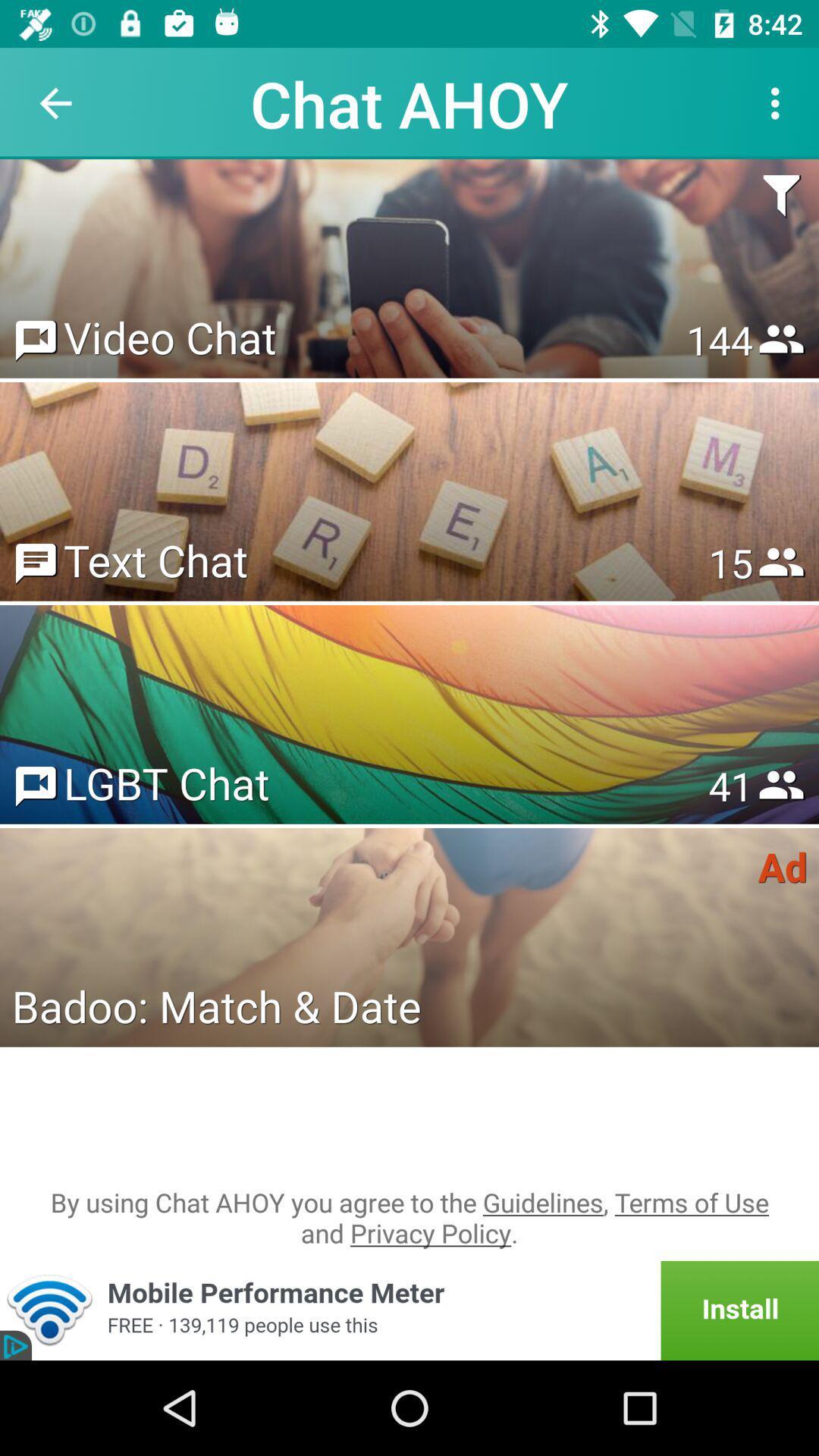 The image size is (819, 1456). Describe the element at coordinates (55, 102) in the screenshot. I see `the item to the left of the chat ahoy` at that location.